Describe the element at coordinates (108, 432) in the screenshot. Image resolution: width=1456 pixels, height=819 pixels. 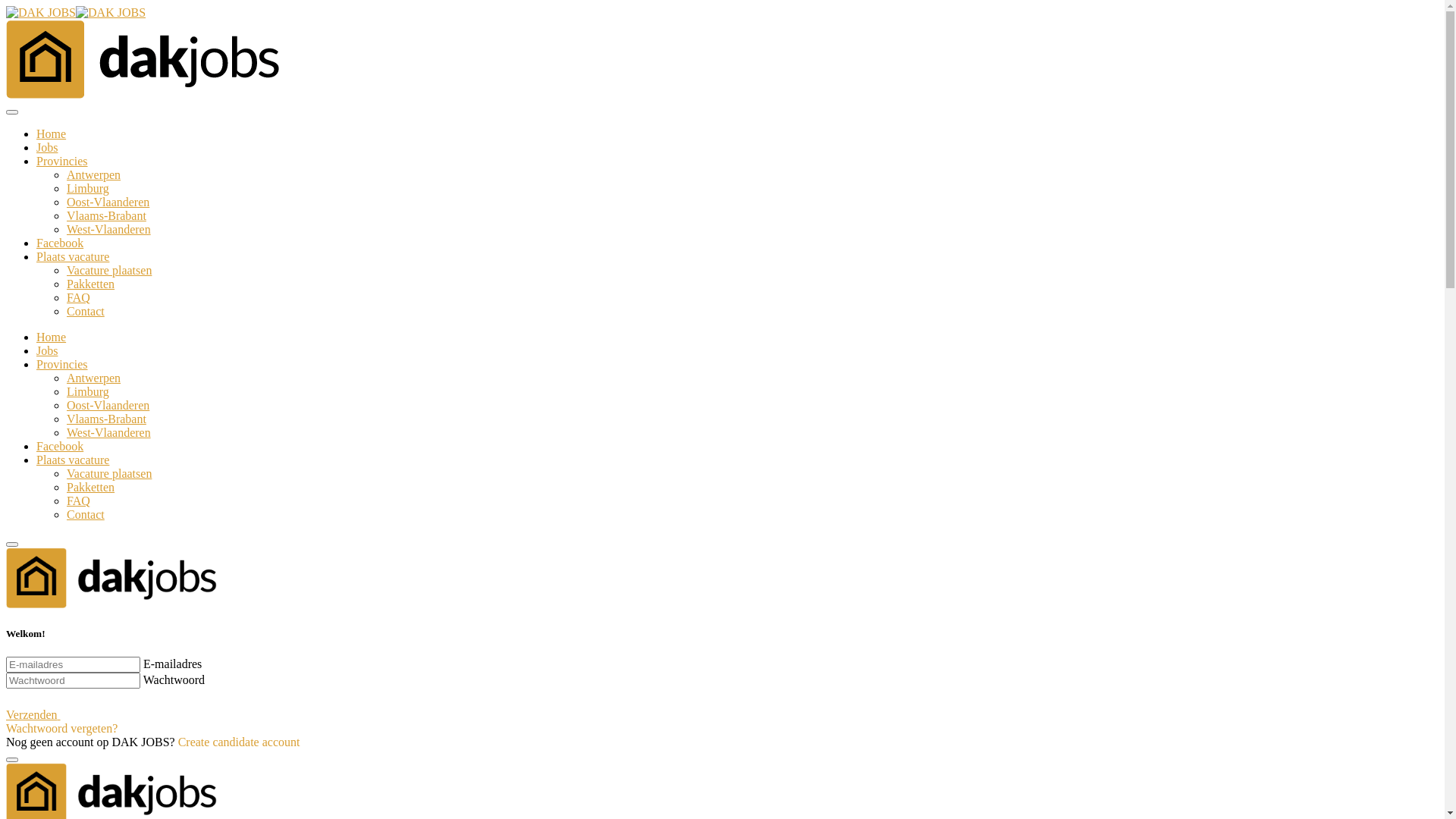
I see `'West-Vlaanderen'` at that location.